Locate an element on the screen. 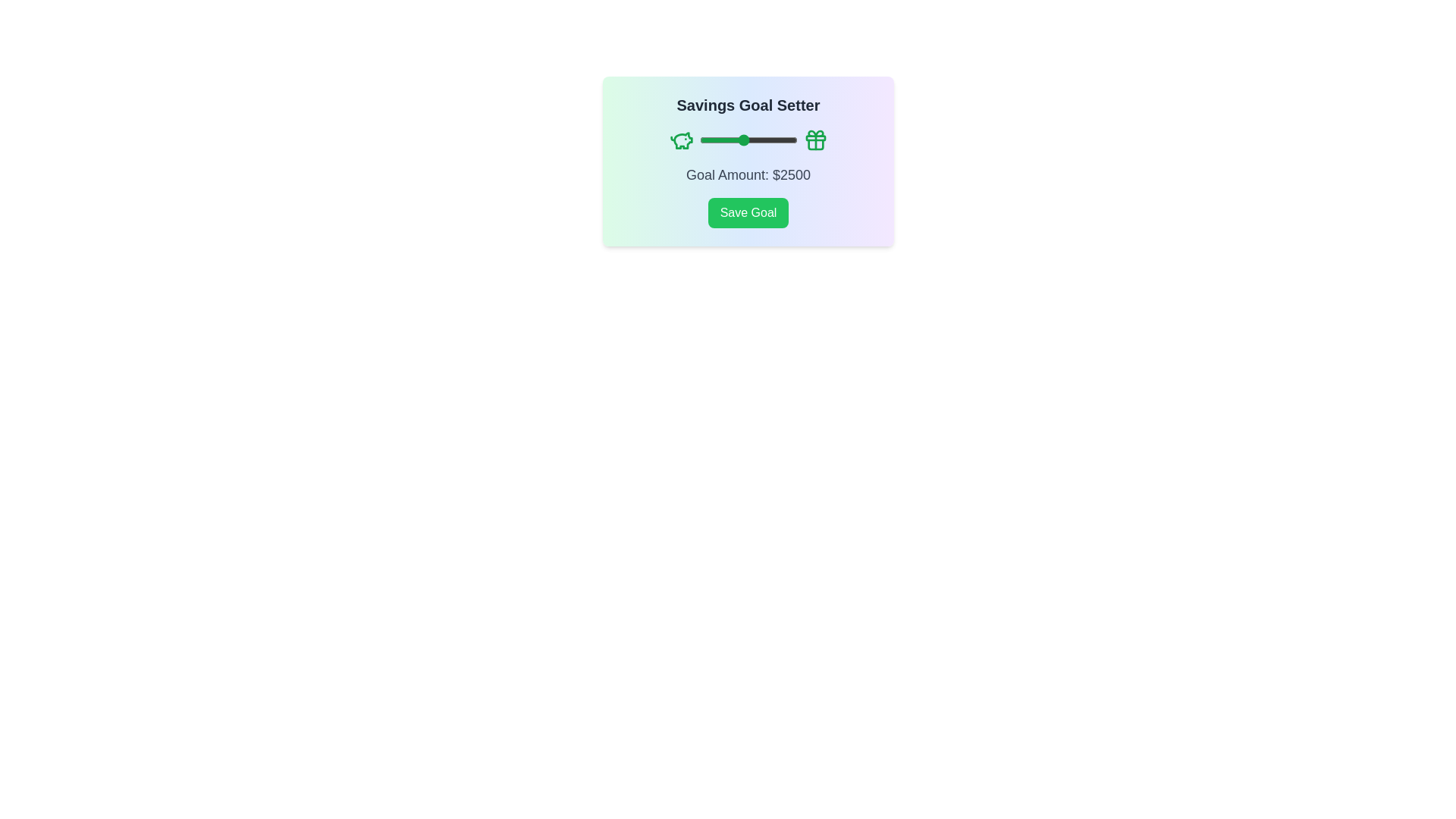 The height and width of the screenshot is (819, 1456). the slider to set the goal amount to 3956 is located at coordinates (774, 140).